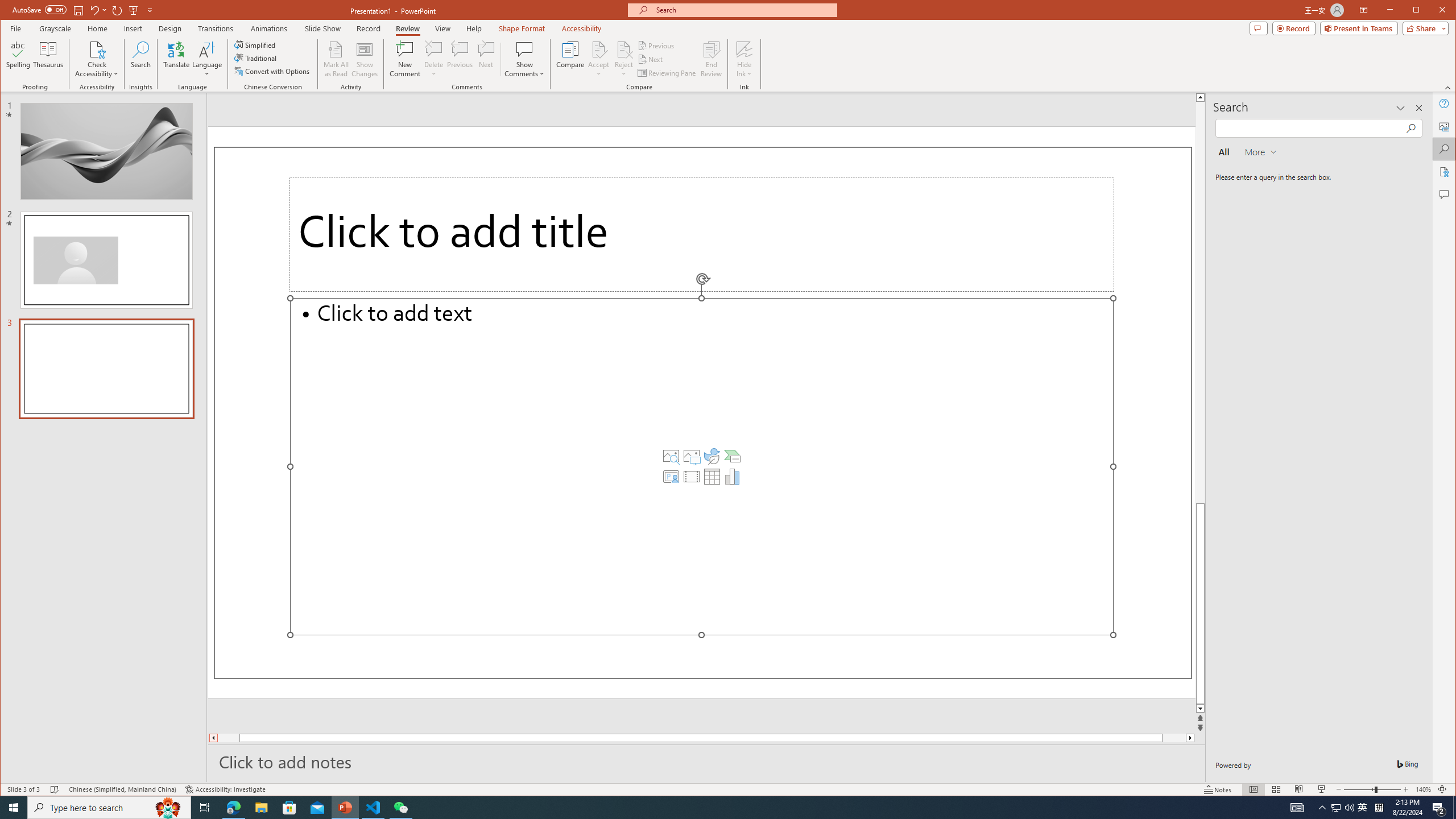 This screenshot has height=819, width=1456. Describe the element at coordinates (623, 48) in the screenshot. I see `'Reject Change'` at that location.